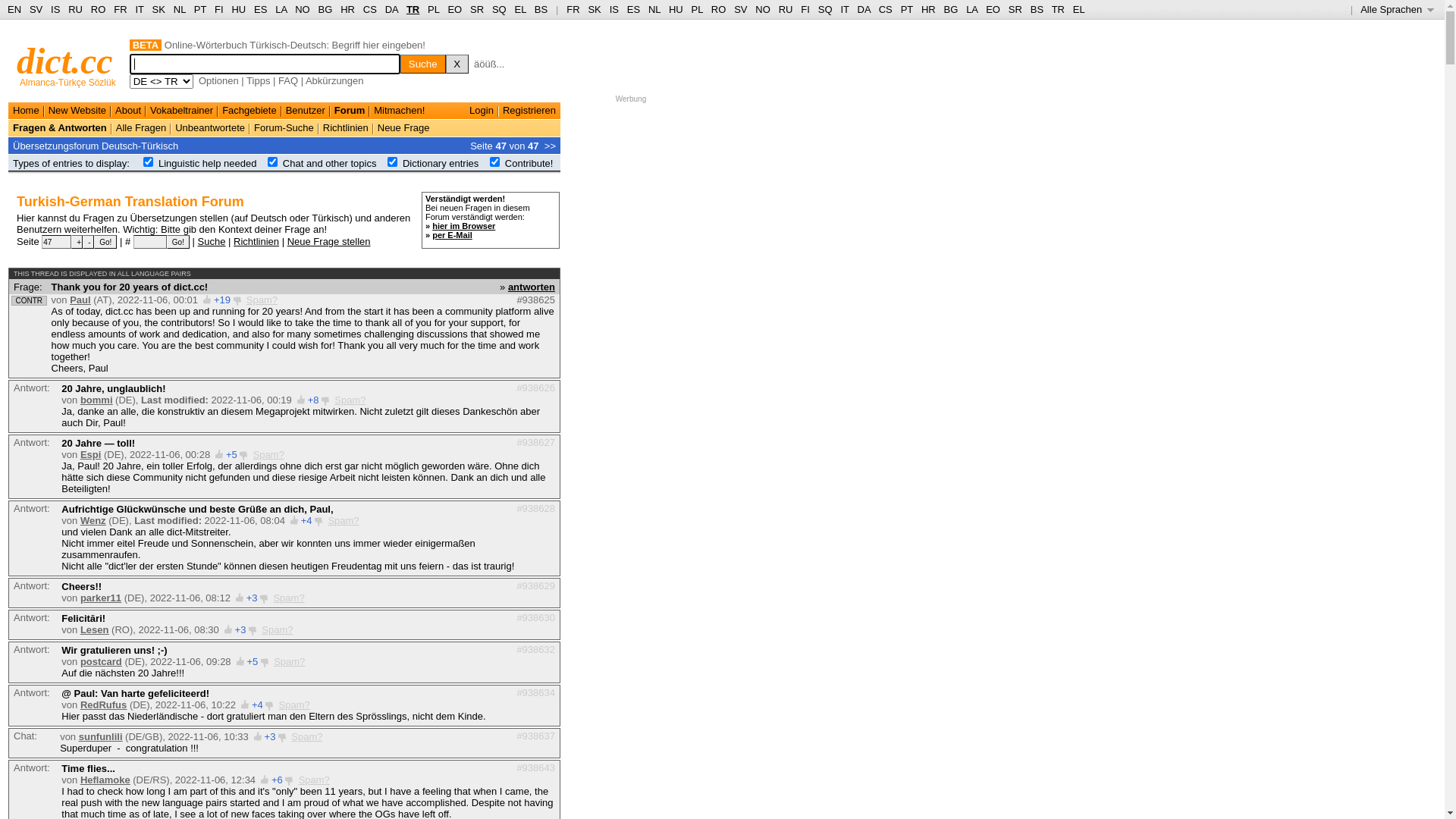 The width and height of the screenshot is (1456, 819). I want to click on '+6', so click(277, 780).